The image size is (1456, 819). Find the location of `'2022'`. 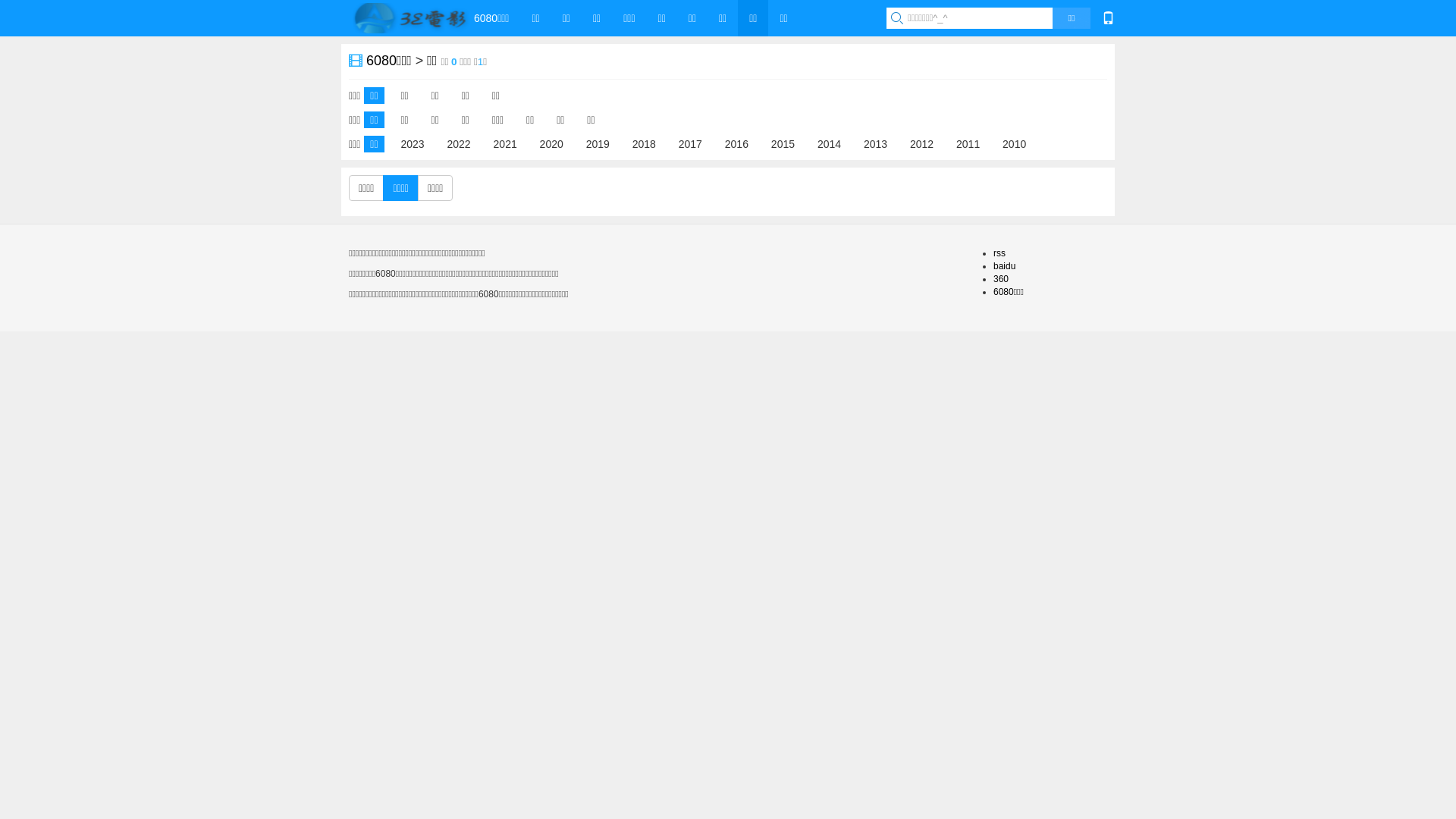

'2022' is located at coordinates (440, 143).